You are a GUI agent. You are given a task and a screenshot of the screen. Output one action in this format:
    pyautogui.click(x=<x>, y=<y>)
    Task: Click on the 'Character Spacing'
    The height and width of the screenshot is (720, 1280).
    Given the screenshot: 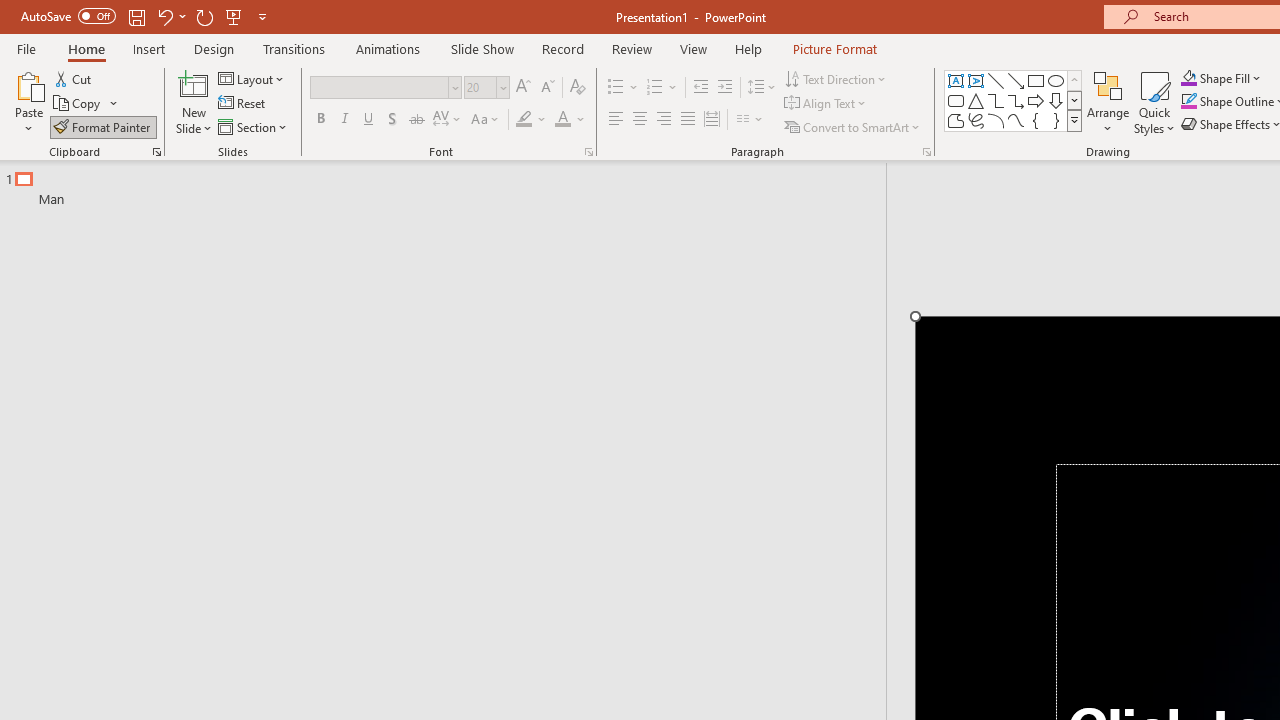 What is the action you would take?
    pyautogui.click(x=447, y=119)
    